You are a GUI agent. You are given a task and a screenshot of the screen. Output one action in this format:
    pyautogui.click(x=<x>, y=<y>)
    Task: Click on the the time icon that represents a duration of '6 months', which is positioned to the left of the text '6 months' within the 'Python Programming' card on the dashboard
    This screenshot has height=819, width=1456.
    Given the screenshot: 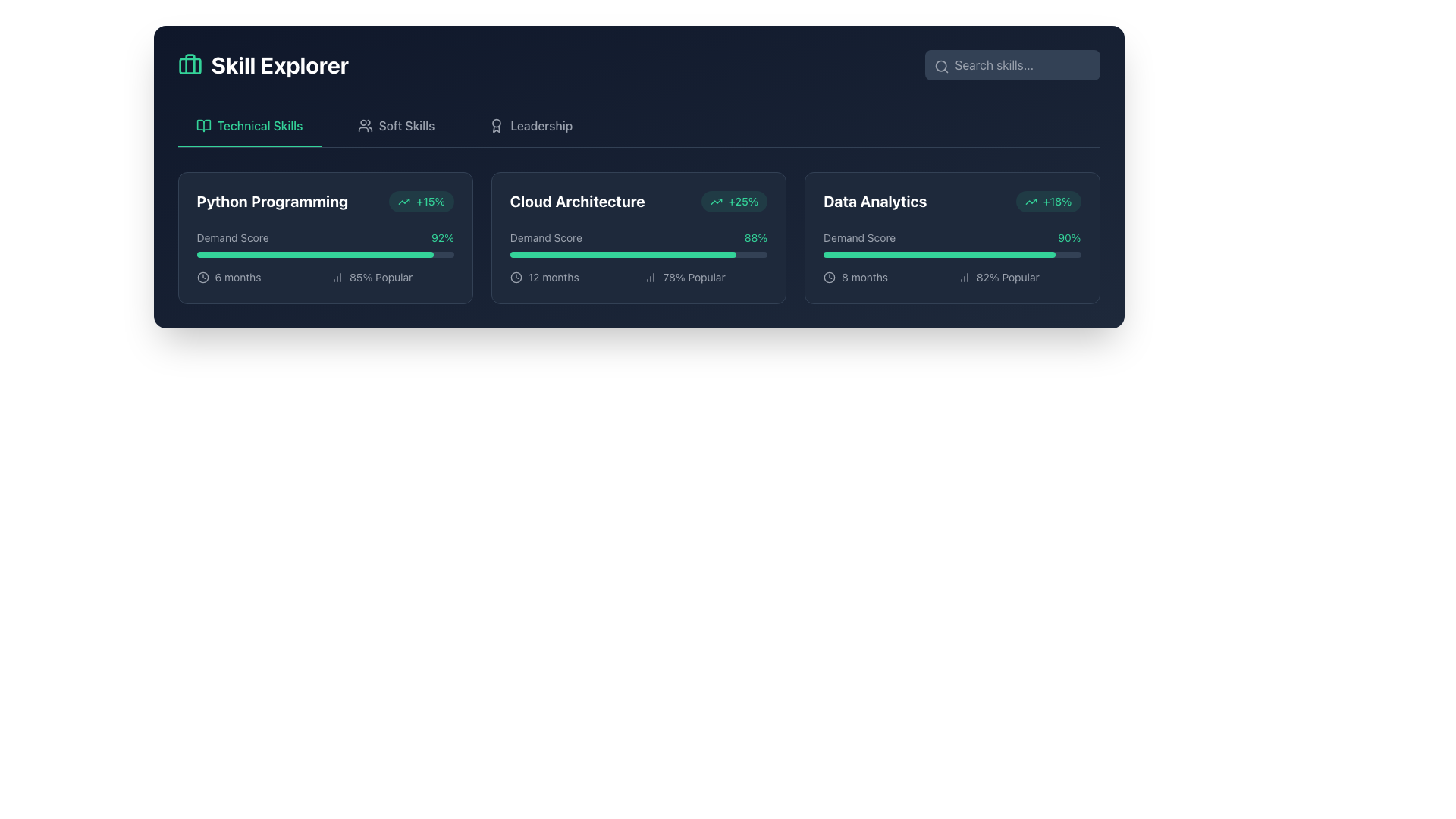 What is the action you would take?
    pyautogui.click(x=202, y=278)
    